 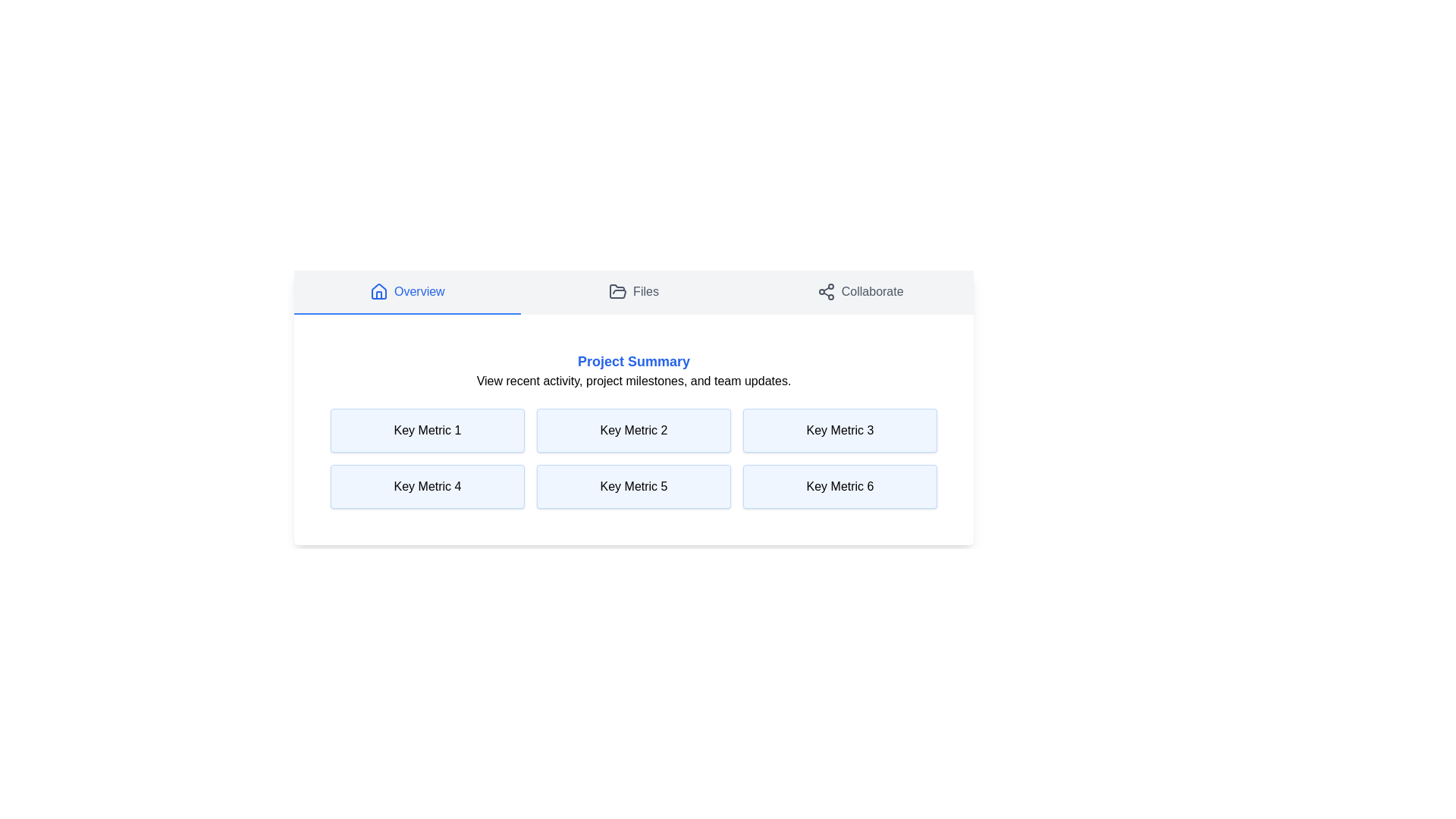 I want to click on the first navigation tab, so click(x=407, y=292).